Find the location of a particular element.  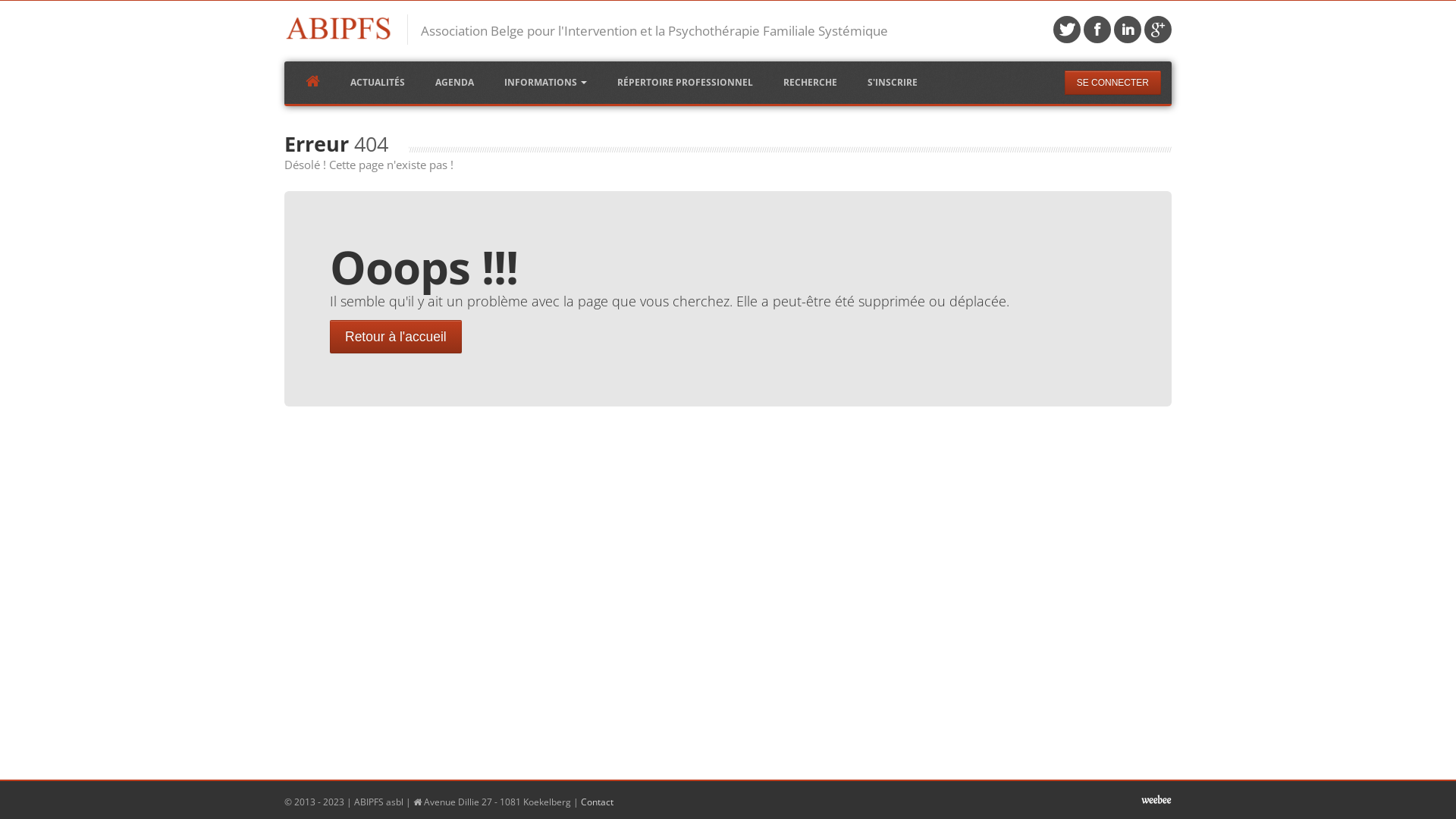

'S'INSCRIRE' is located at coordinates (892, 82).